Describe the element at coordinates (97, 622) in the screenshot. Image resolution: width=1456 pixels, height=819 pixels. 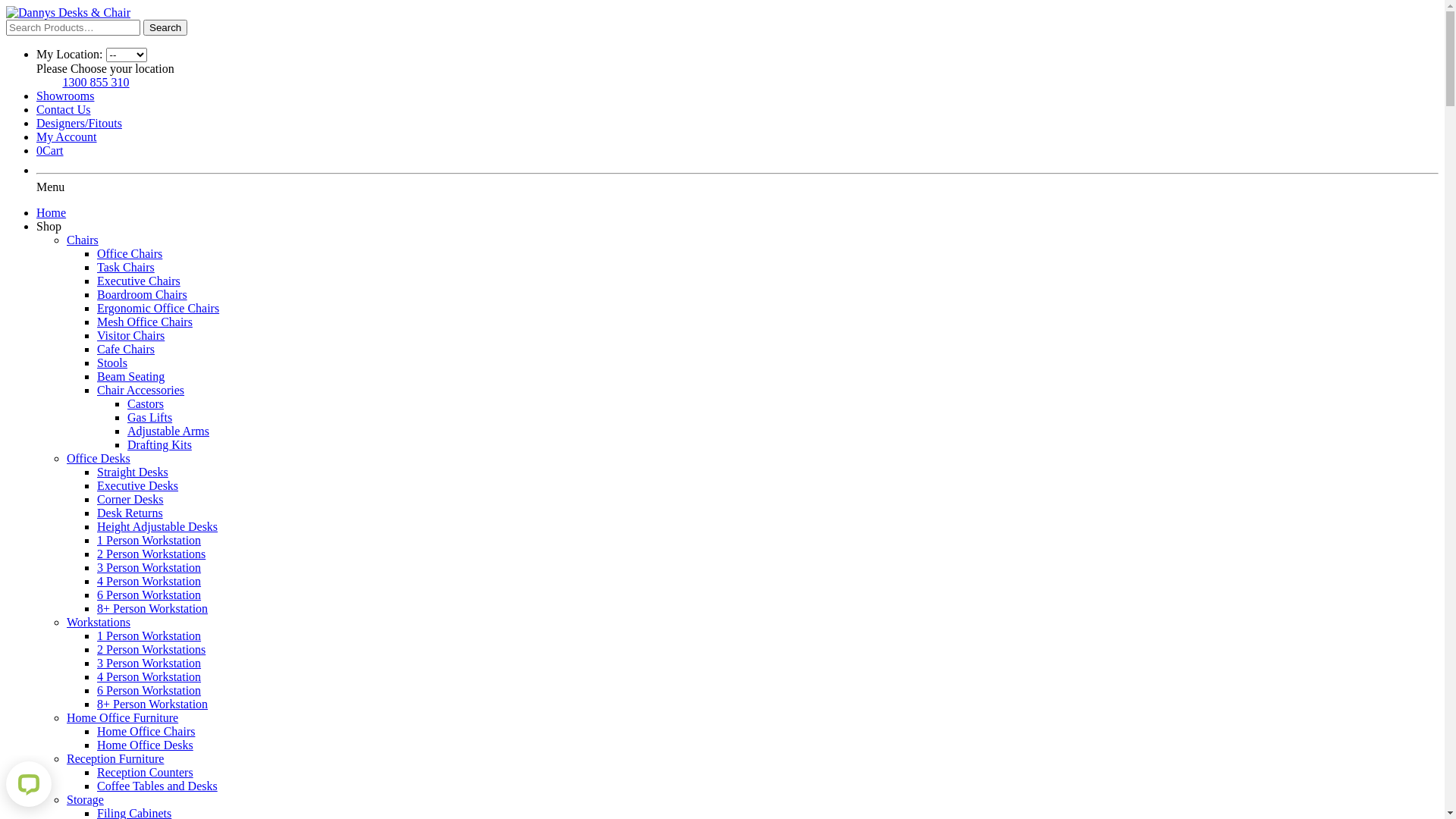
I see `'Workstations'` at that location.